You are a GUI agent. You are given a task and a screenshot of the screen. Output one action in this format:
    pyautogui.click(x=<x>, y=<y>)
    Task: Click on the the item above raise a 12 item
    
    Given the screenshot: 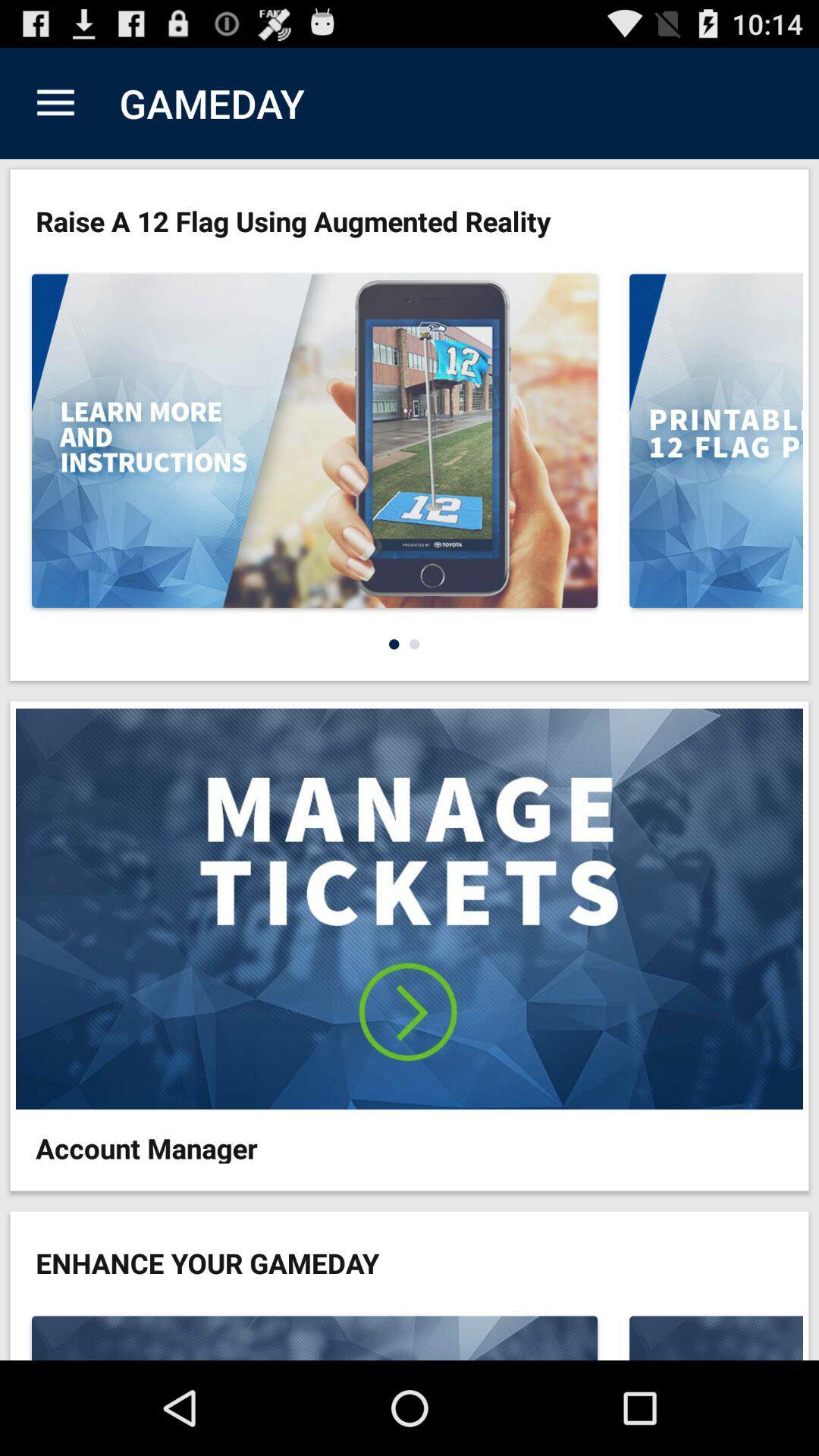 What is the action you would take?
    pyautogui.click(x=55, y=102)
    